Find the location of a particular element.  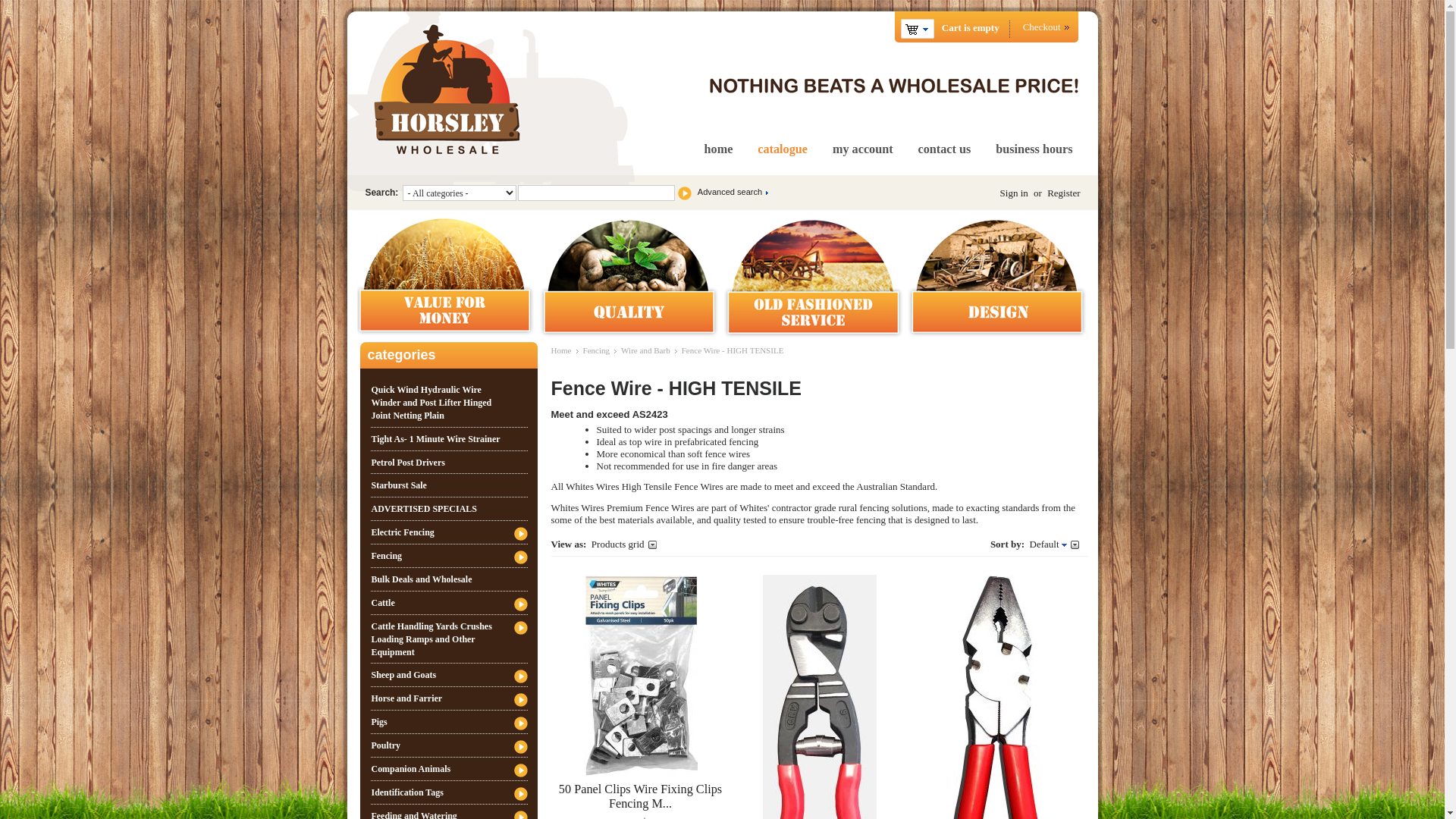

'Petrol Post Drivers' is located at coordinates (370, 461).